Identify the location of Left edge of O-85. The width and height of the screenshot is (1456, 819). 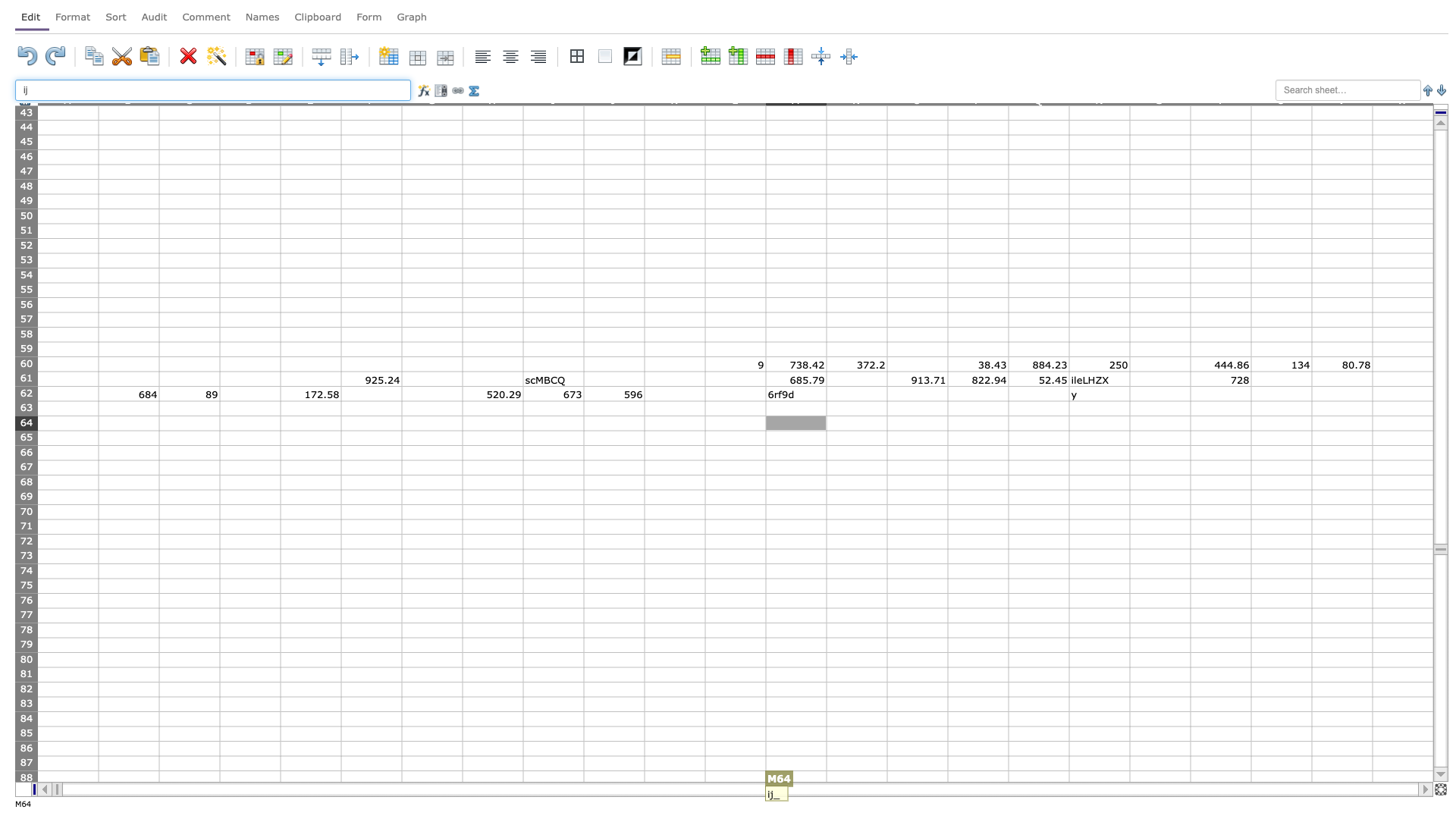
(887, 733).